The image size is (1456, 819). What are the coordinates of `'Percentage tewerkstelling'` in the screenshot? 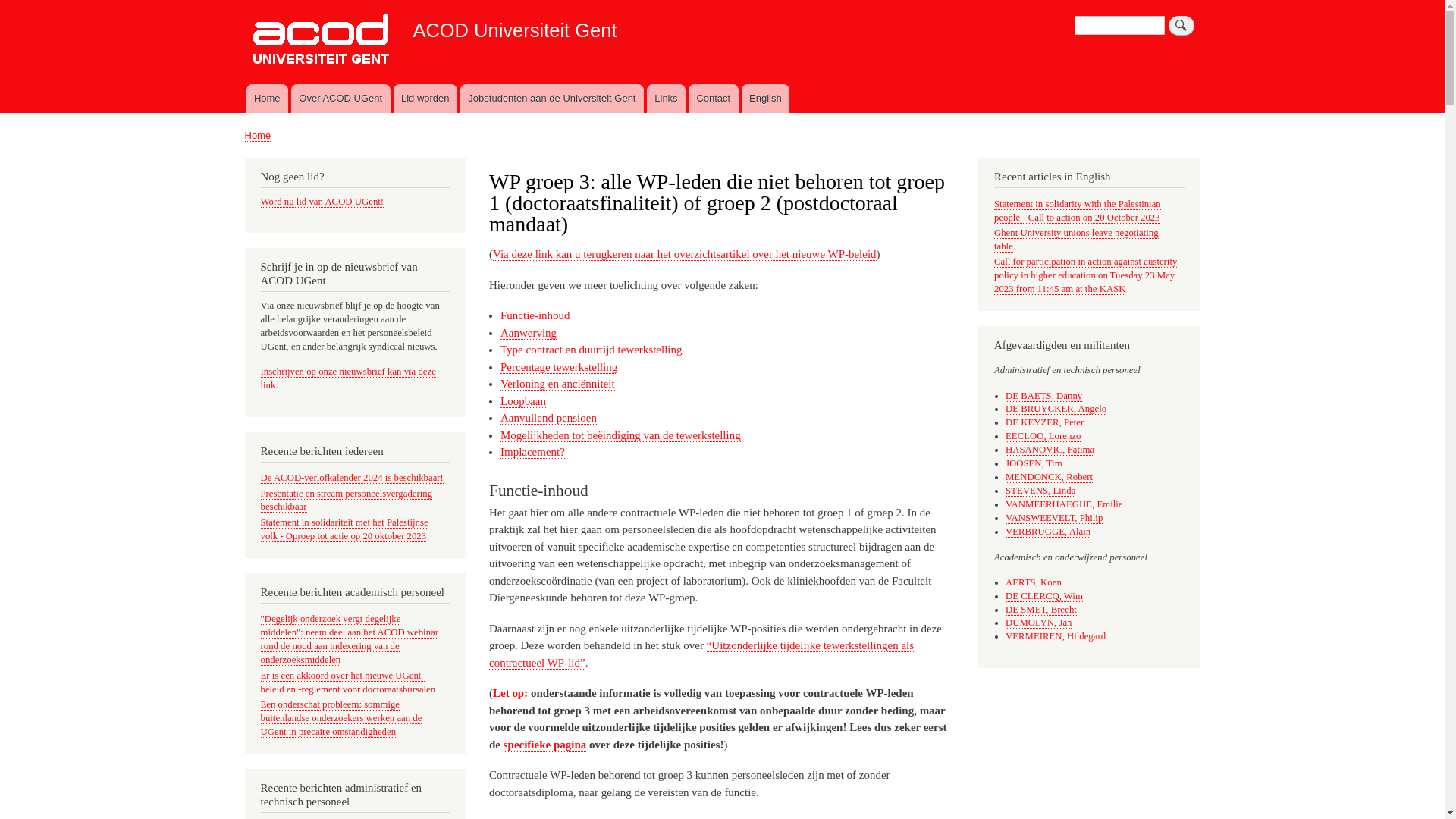 It's located at (558, 367).